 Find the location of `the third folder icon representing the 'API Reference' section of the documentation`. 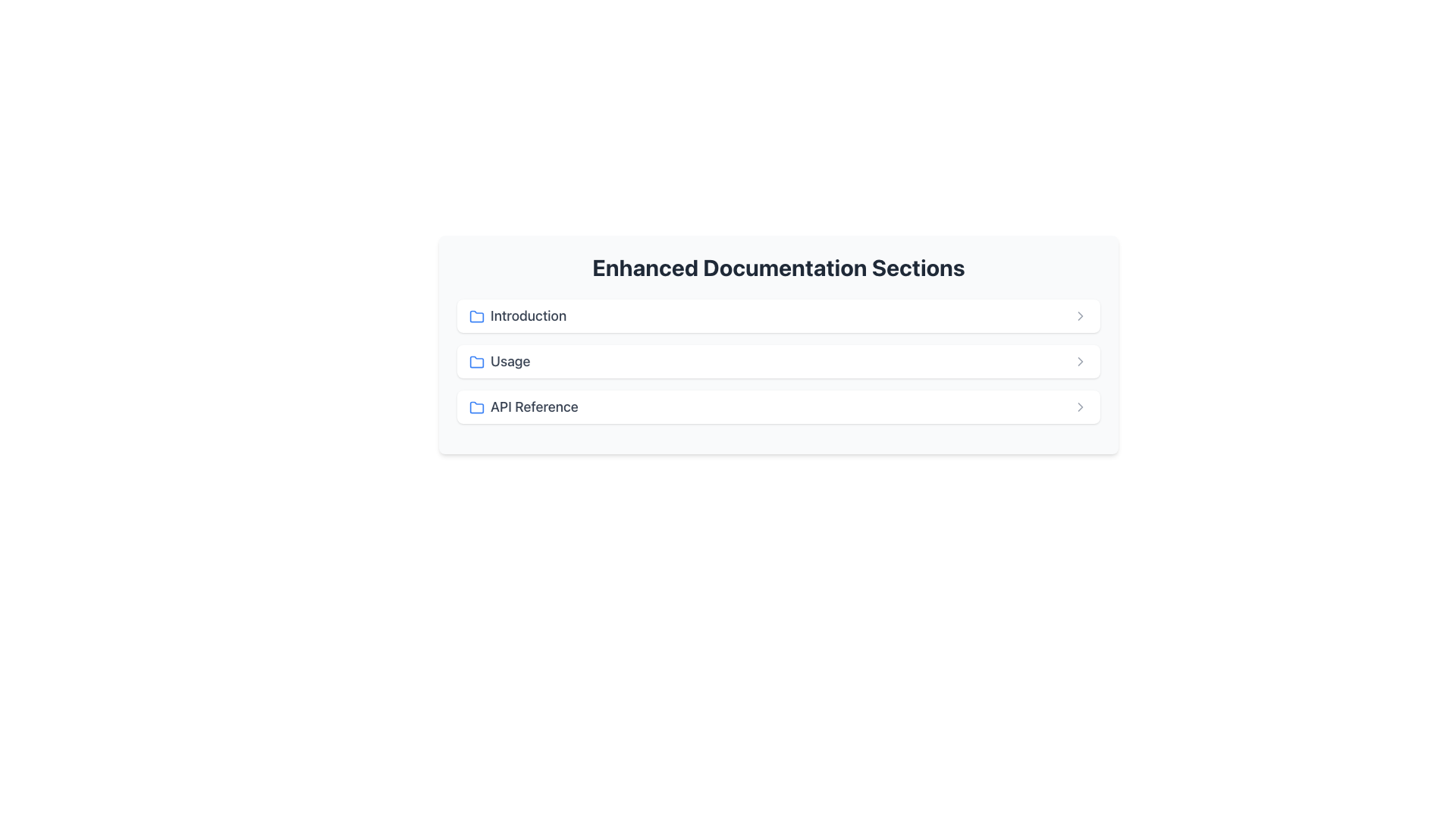

the third folder icon representing the 'API Reference' section of the documentation is located at coordinates (475, 406).